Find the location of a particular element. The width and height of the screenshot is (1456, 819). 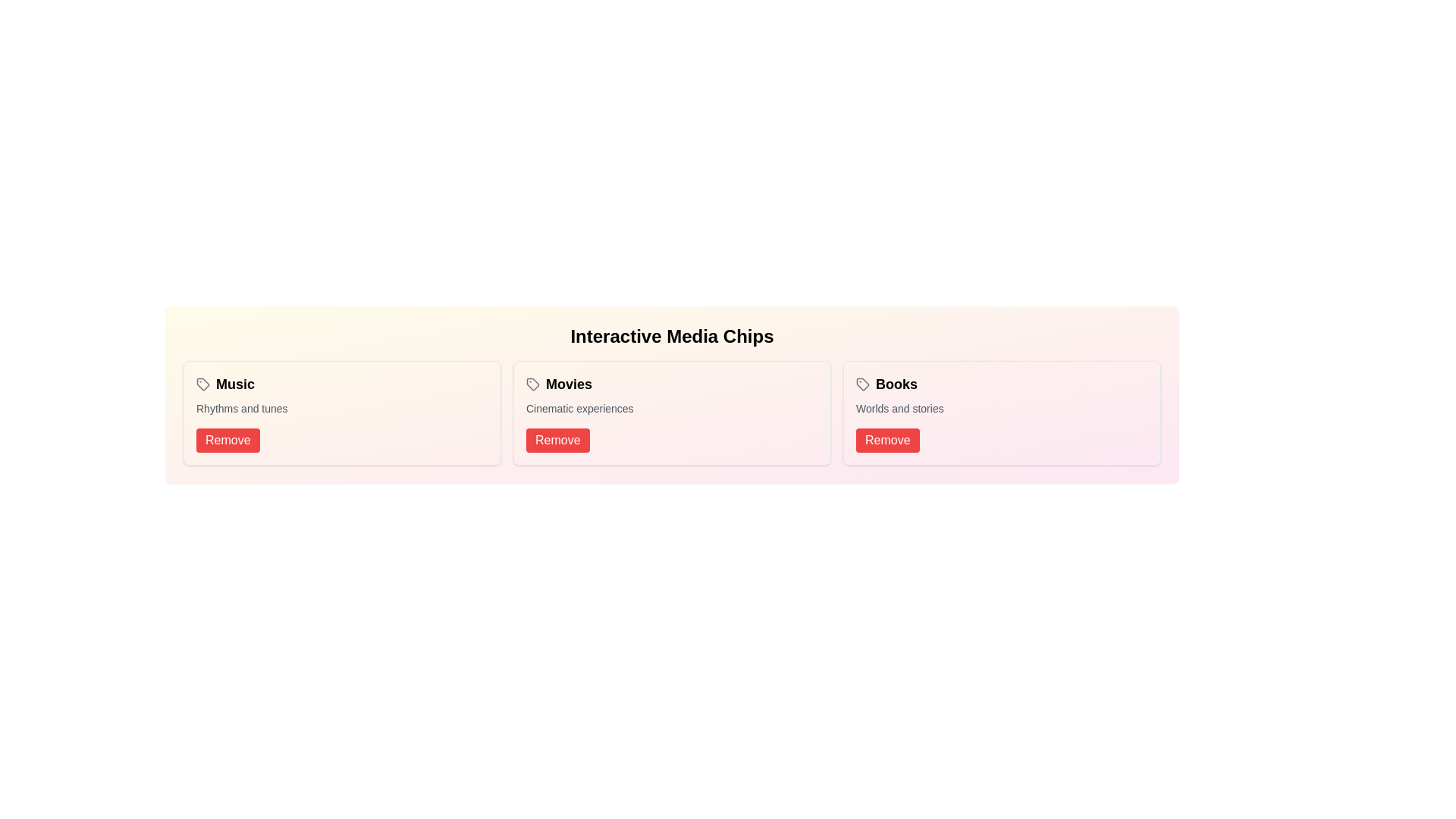

the chip labeled Music to view its hover effects is located at coordinates (224, 383).